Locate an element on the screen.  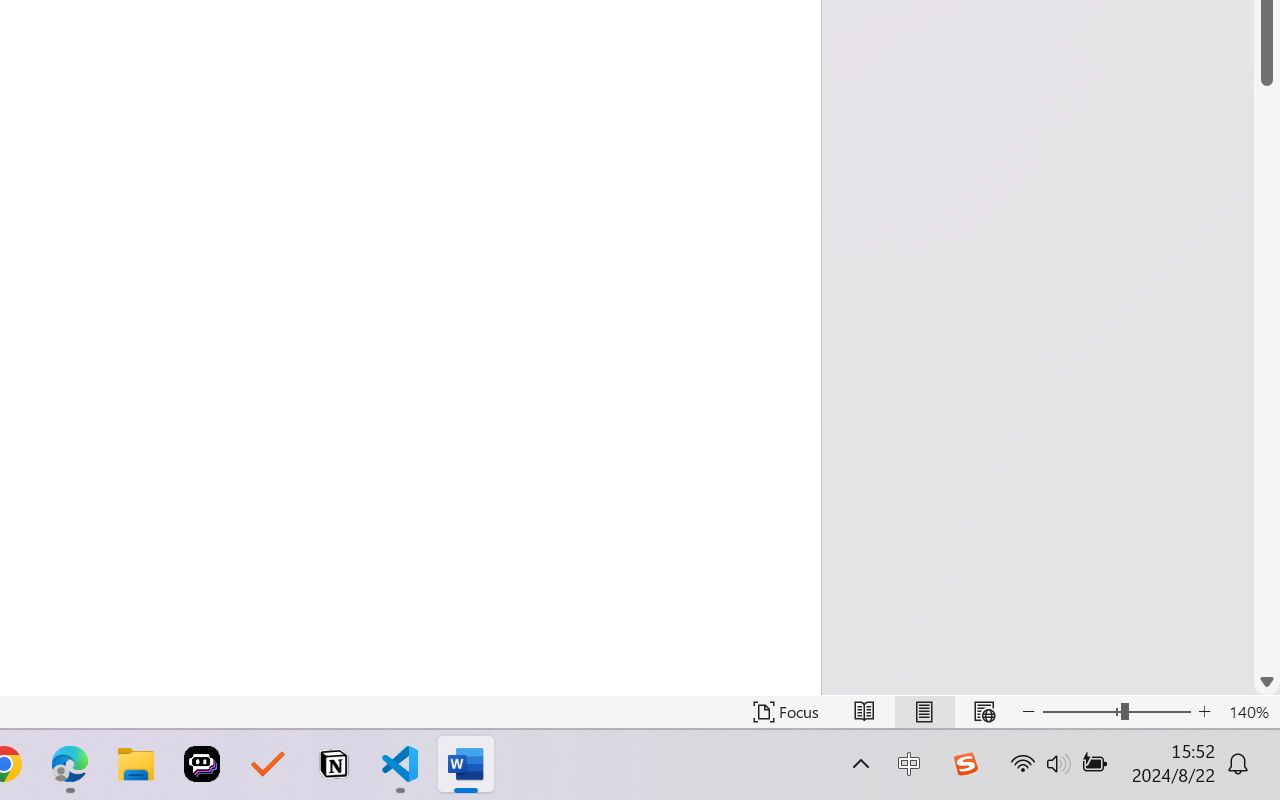
'Zoom In' is located at coordinates (1204, 711).